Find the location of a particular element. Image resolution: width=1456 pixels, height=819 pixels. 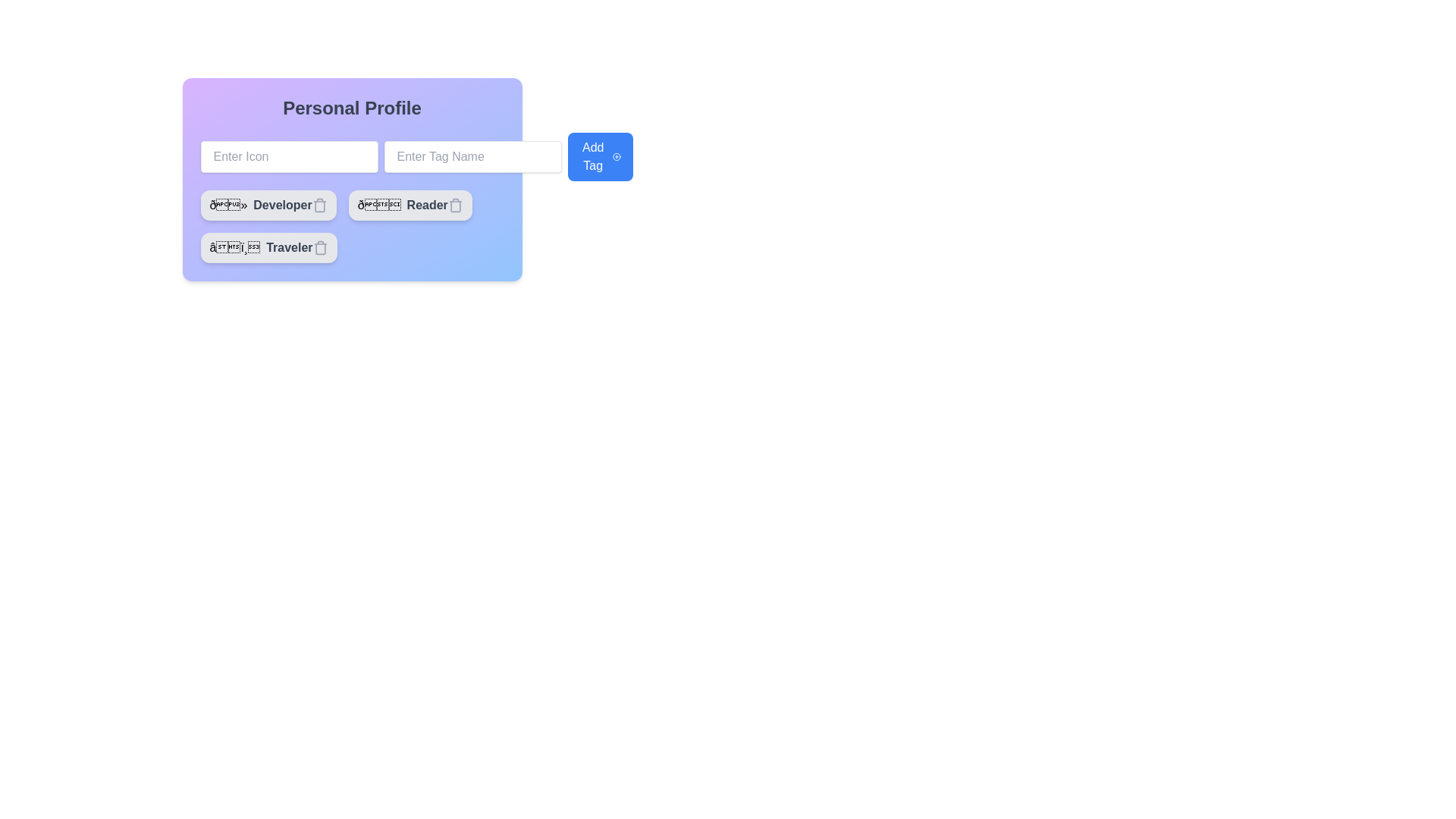

the small trash can icon located on the far right side of the 'Reader' button within the 'Personal Profile' card is located at coordinates (454, 205).